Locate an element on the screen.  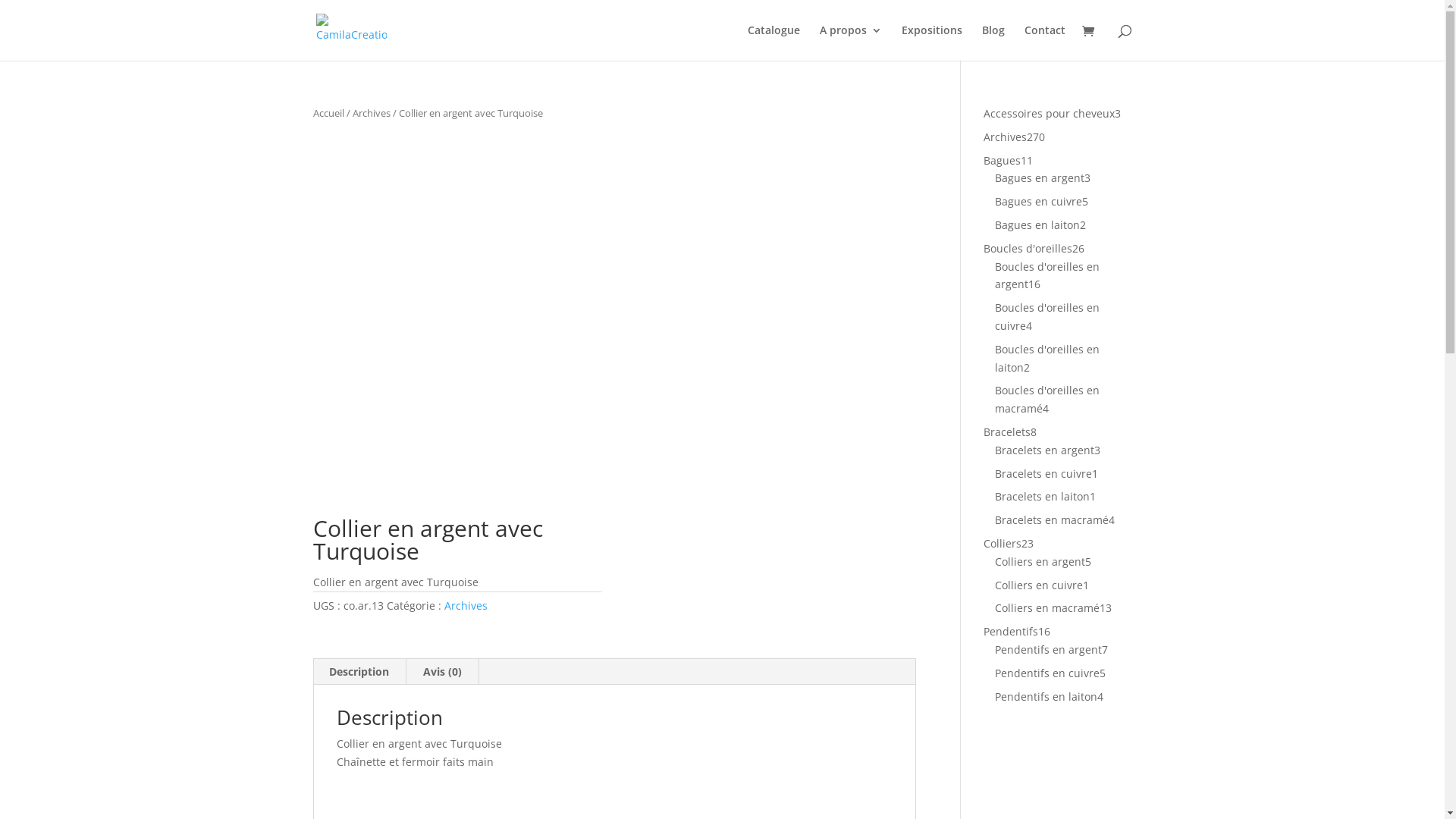
'Bracelets en laiton' is located at coordinates (1041, 496).